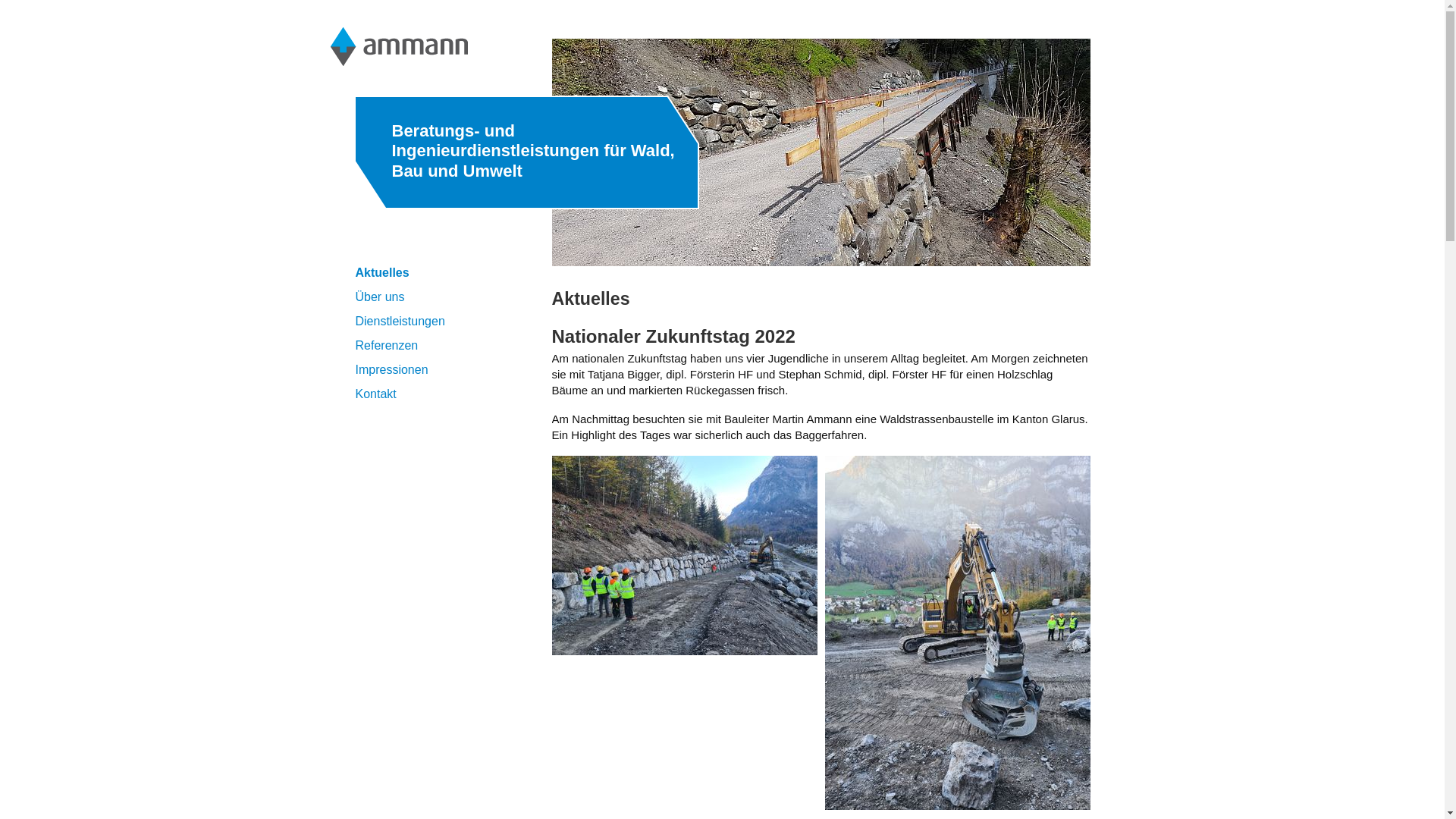 This screenshot has width=1456, height=819. Describe the element at coordinates (353, 369) in the screenshot. I see `'Impressionen'` at that location.